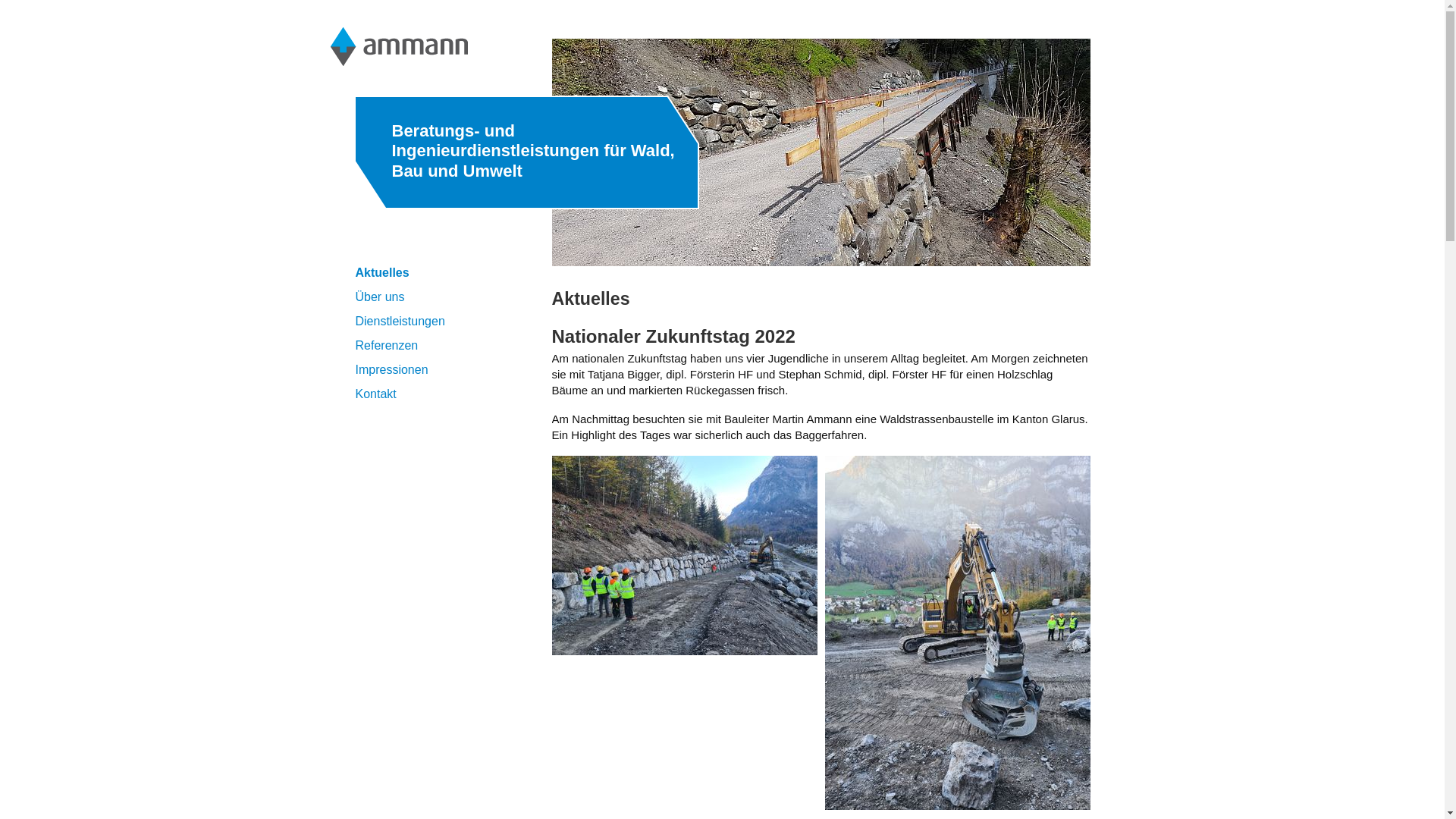 This screenshot has width=1456, height=819. Describe the element at coordinates (353, 369) in the screenshot. I see `'Impressionen'` at that location.